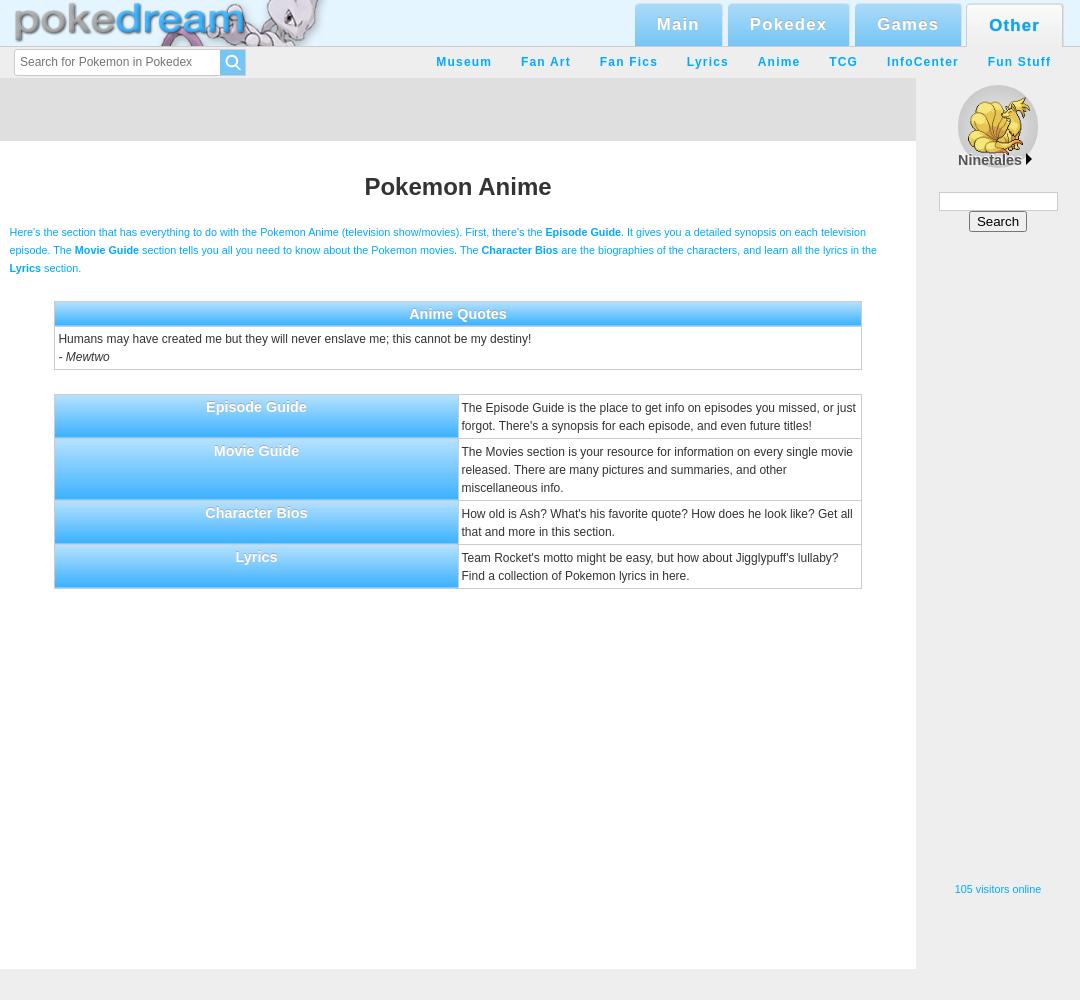  I want to click on 'Team Rocket's motto might be easy, but how about Jigglypuff's lullaby? Find a collection of Pokemon
lyrics in here.', so click(649, 565).